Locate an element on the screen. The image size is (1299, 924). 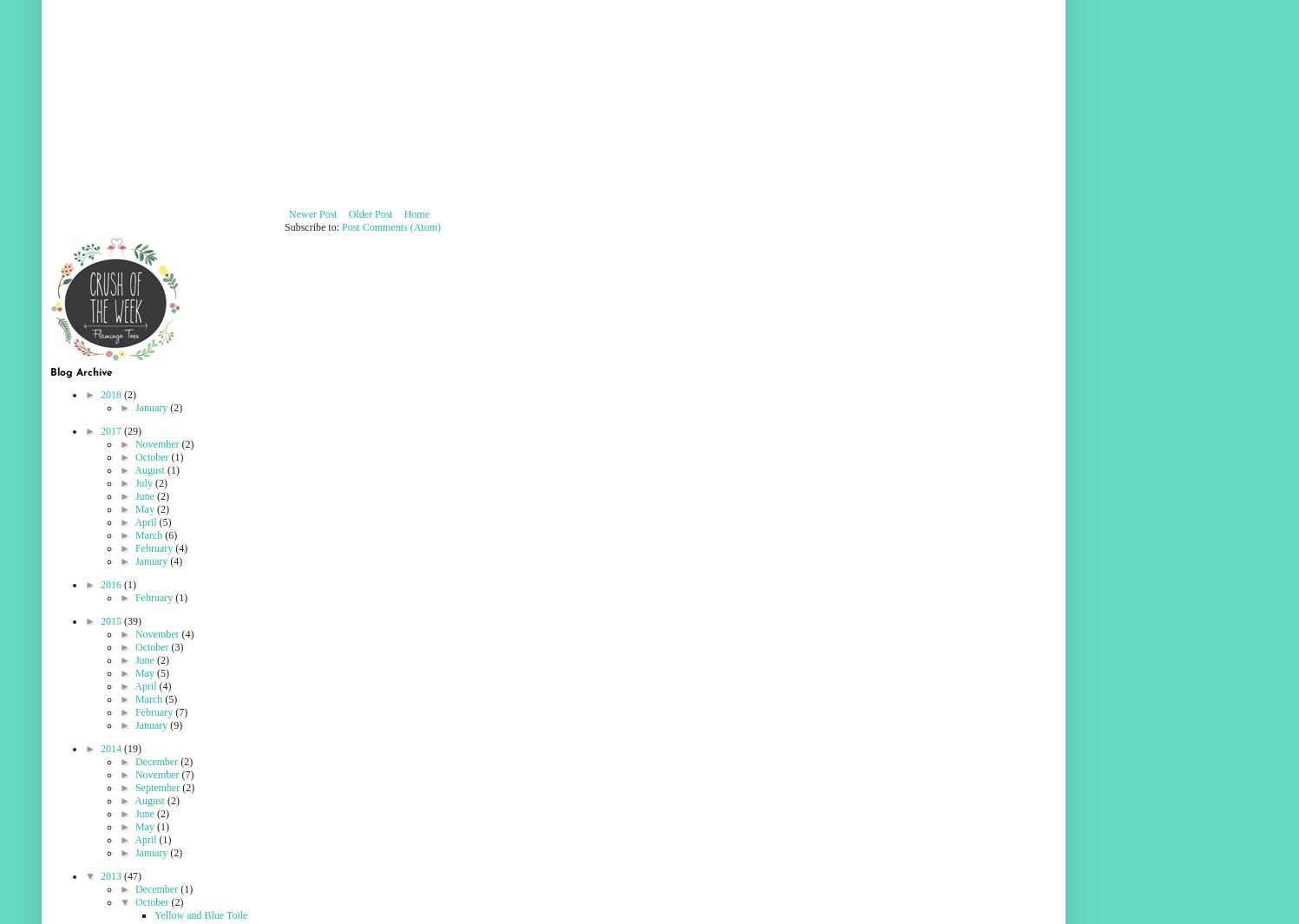
'(29)' is located at coordinates (130, 430).